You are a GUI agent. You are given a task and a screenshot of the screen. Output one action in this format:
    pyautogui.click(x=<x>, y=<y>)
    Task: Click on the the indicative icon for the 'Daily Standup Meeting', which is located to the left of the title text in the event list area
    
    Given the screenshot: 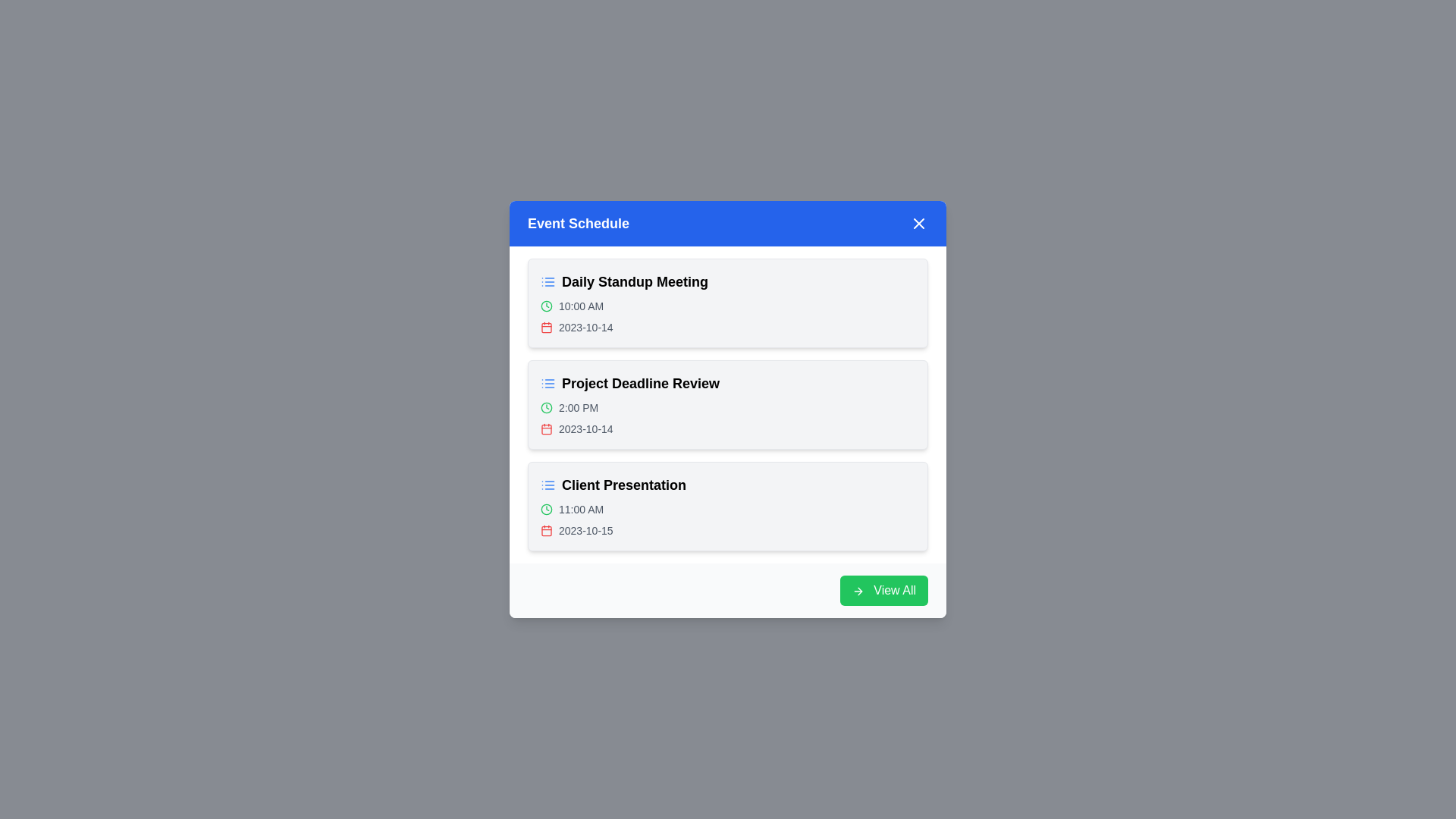 What is the action you would take?
    pyautogui.click(x=548, y=281)
    